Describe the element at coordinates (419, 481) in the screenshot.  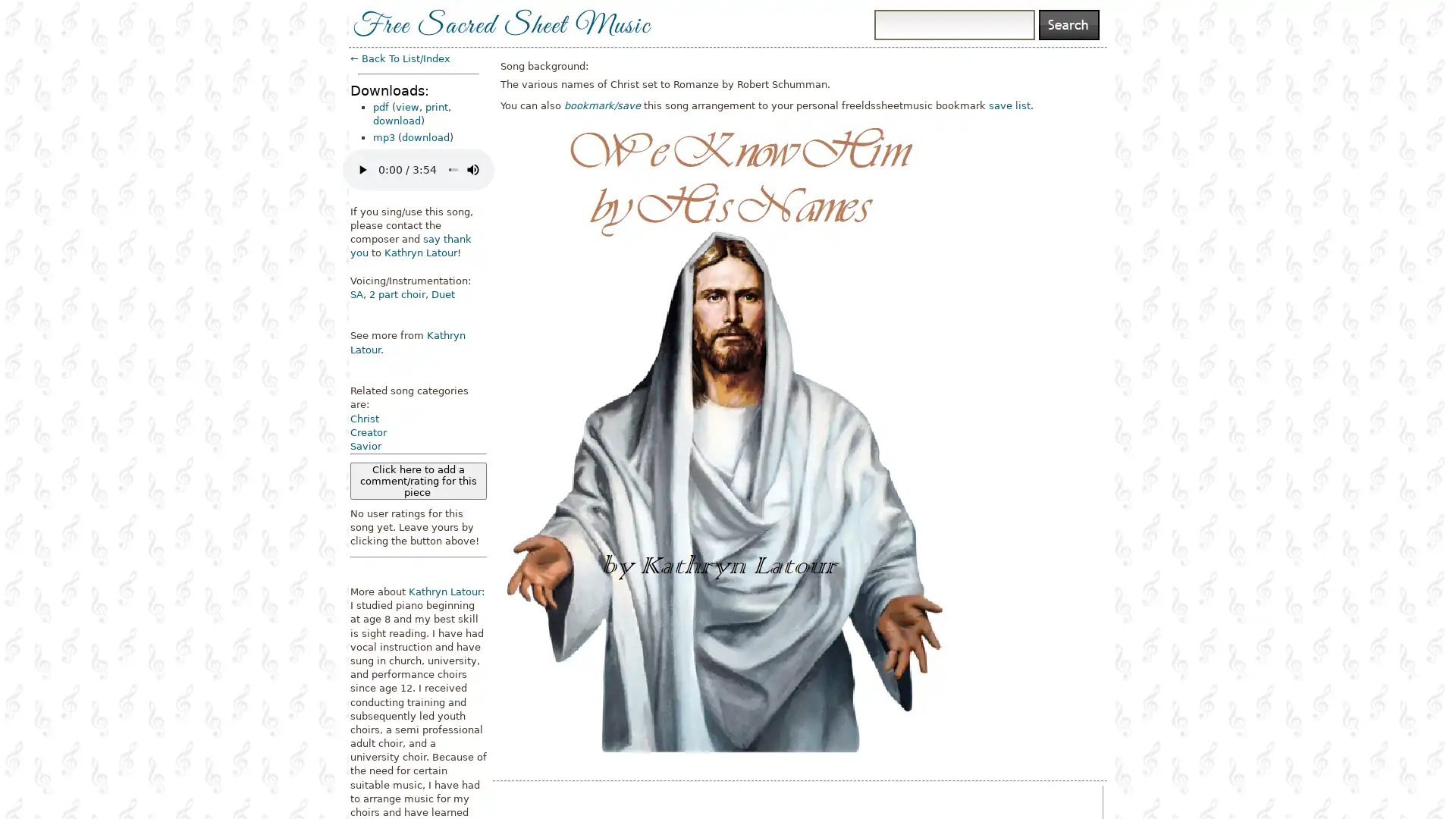
I see `Click here to add a comment/rating for this piece` at that location.